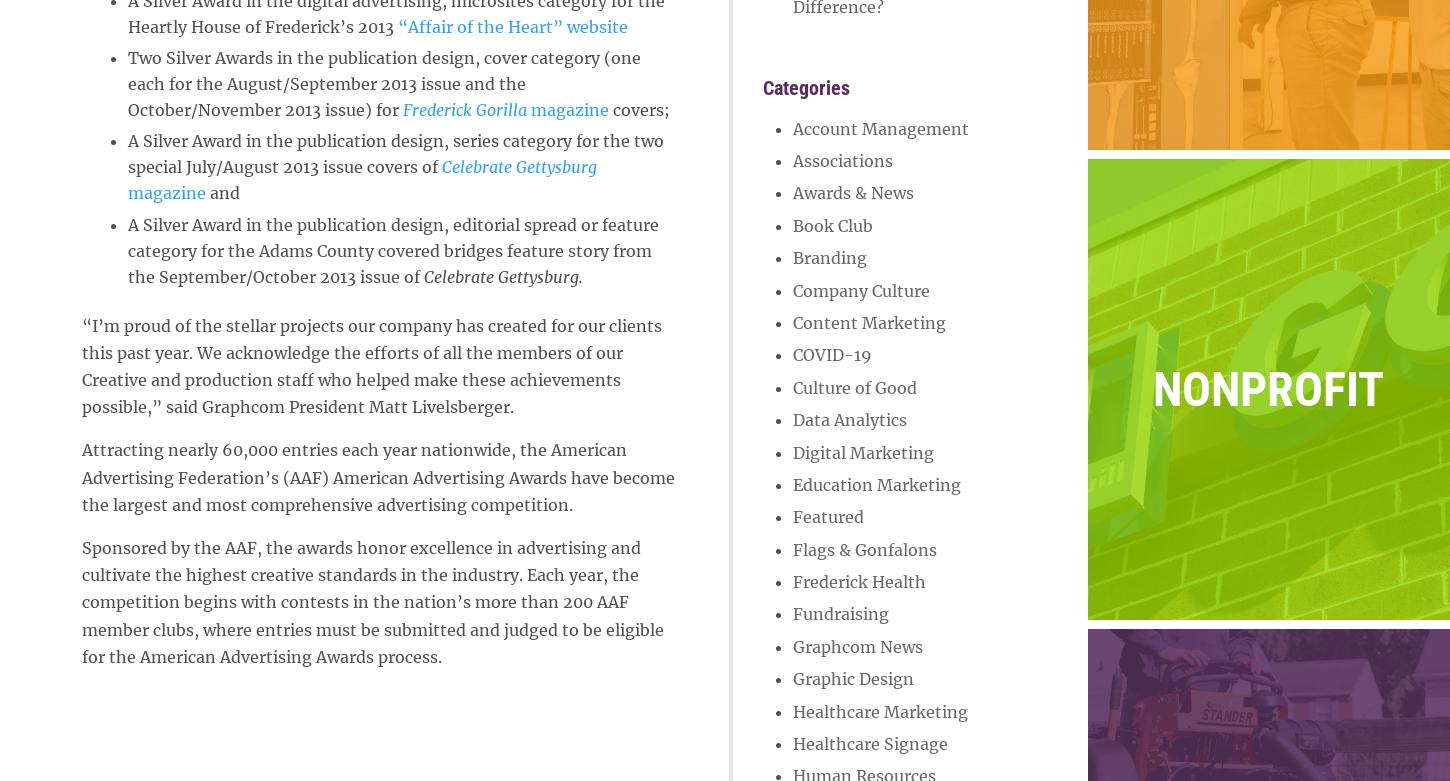 The height and width of the screenshot is (781, 1450). What do you see at coordinates (839, 614) in the screenshot?
I see `'Fundraising'` at bounding box center [839, 614].